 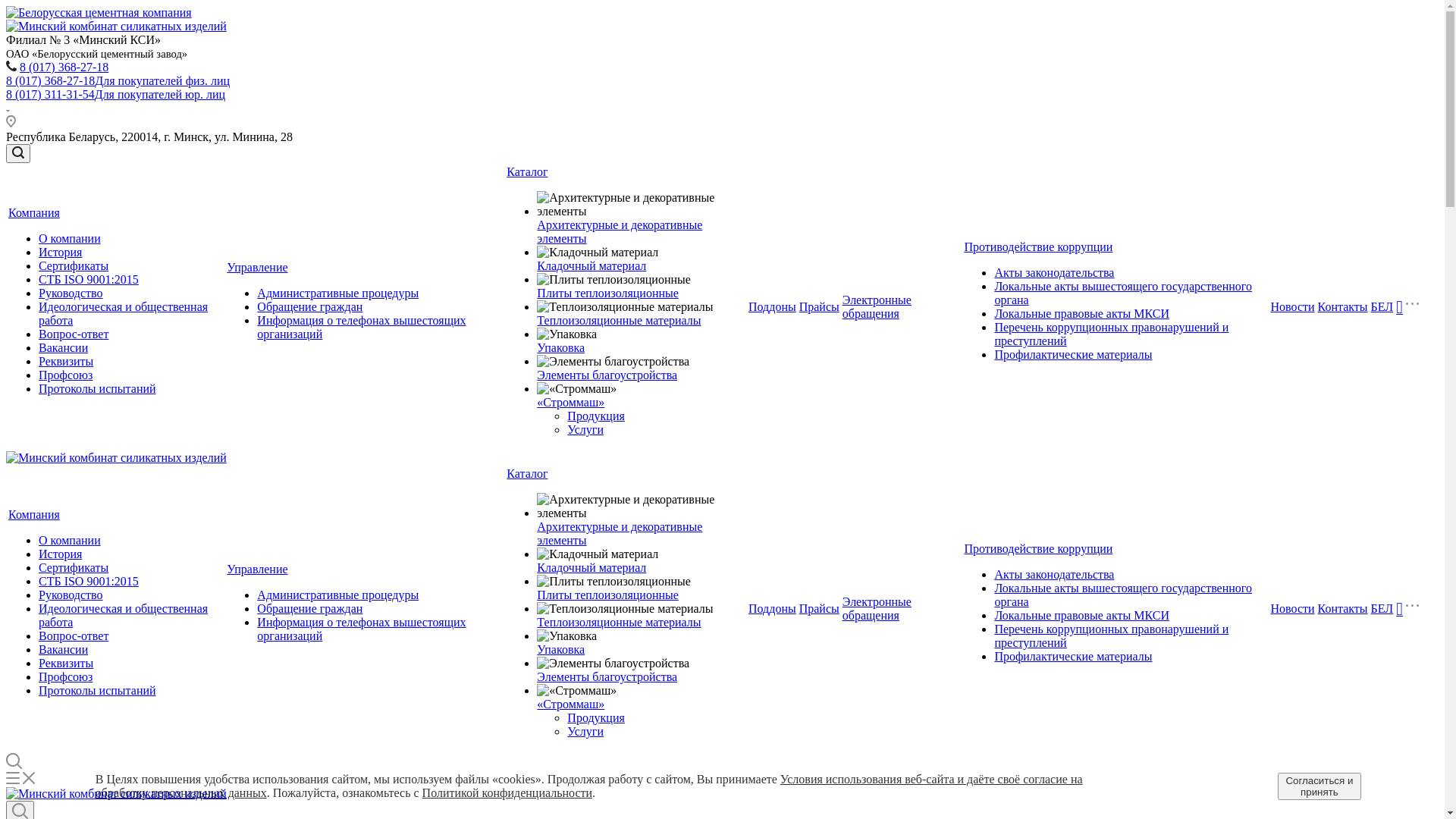 What do you see at coordinates (63, 66) in the screenshot?
I see `'8 (017) 368-27-18'` at bounding box center [63, 66].